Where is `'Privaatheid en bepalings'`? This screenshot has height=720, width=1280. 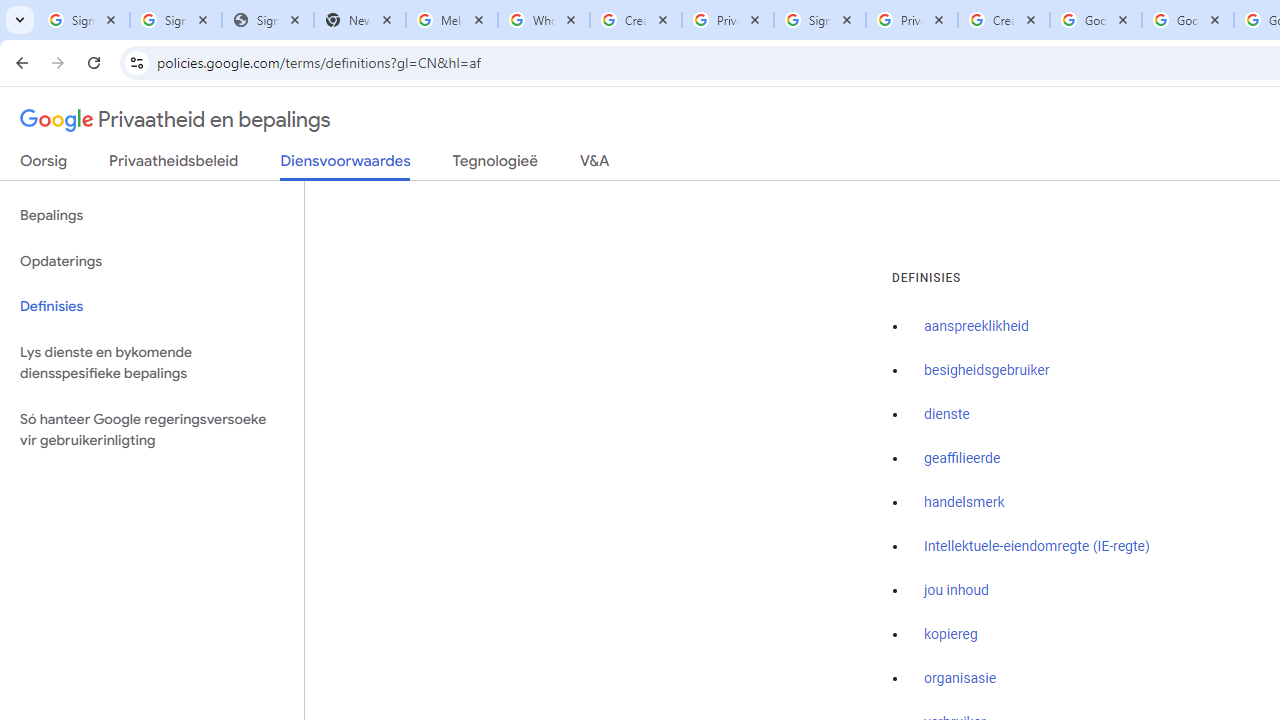
'Privaatheid en bepalings' is located at coordinates (176, 120).